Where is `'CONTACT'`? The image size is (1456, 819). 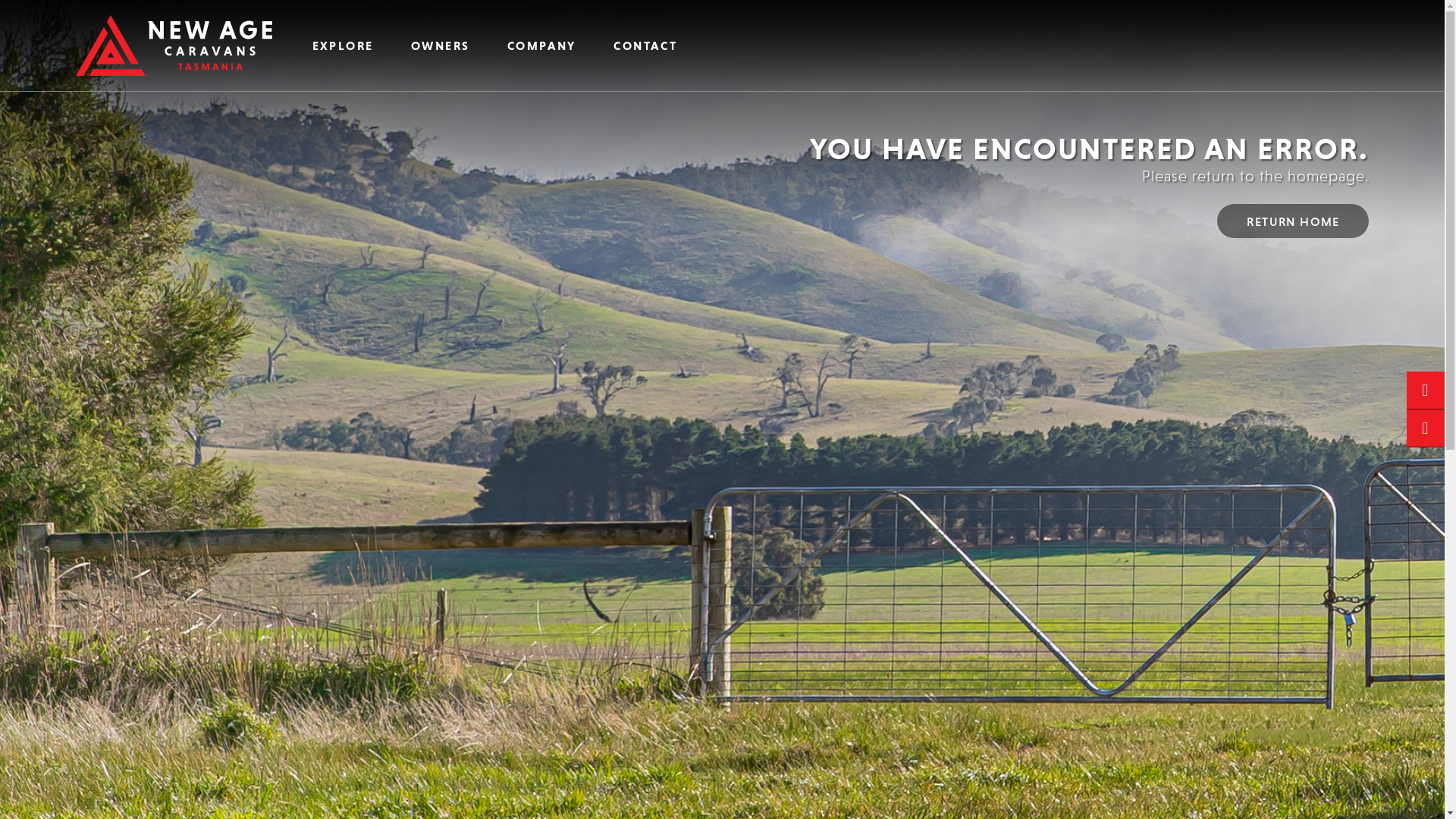
'CONTACT' is located at coordinates (645, 45).